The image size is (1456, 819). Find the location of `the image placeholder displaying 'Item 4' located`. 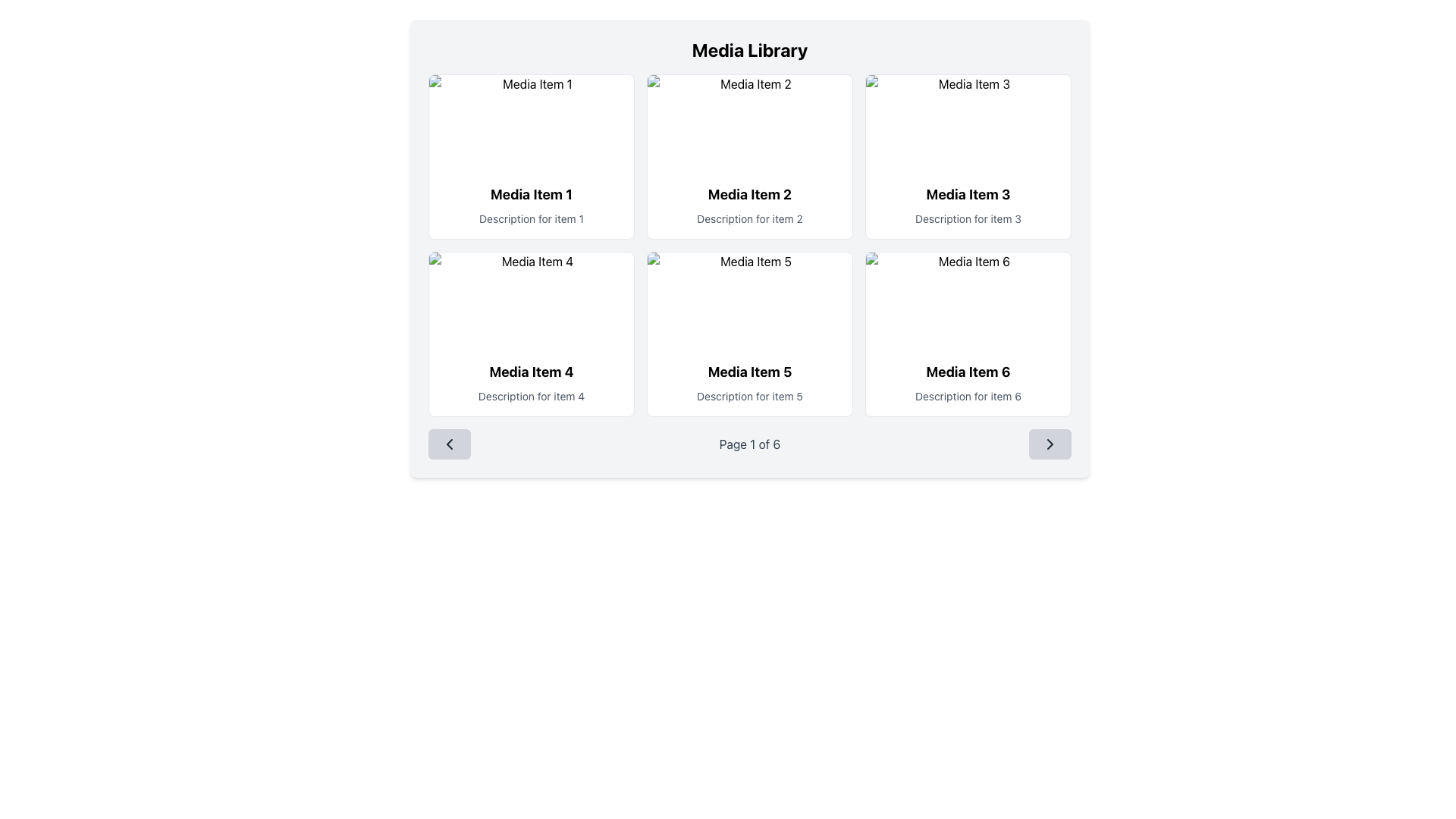

the image placeholder displaying 'Item 4' located is located at coordinates (531, 301).